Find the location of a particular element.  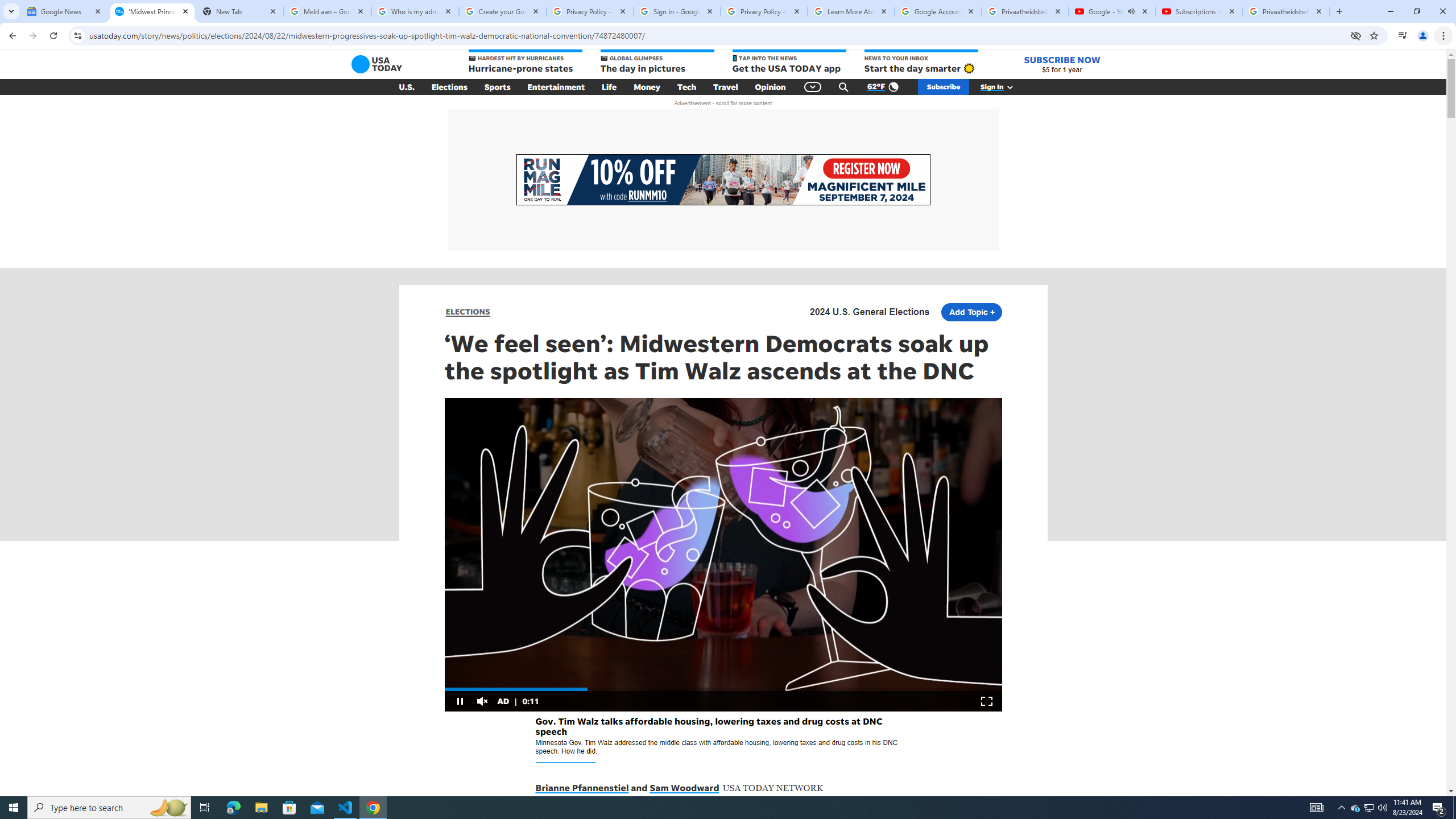

'Subscriptions - YouTube' is located at coordinates (1198, 11).